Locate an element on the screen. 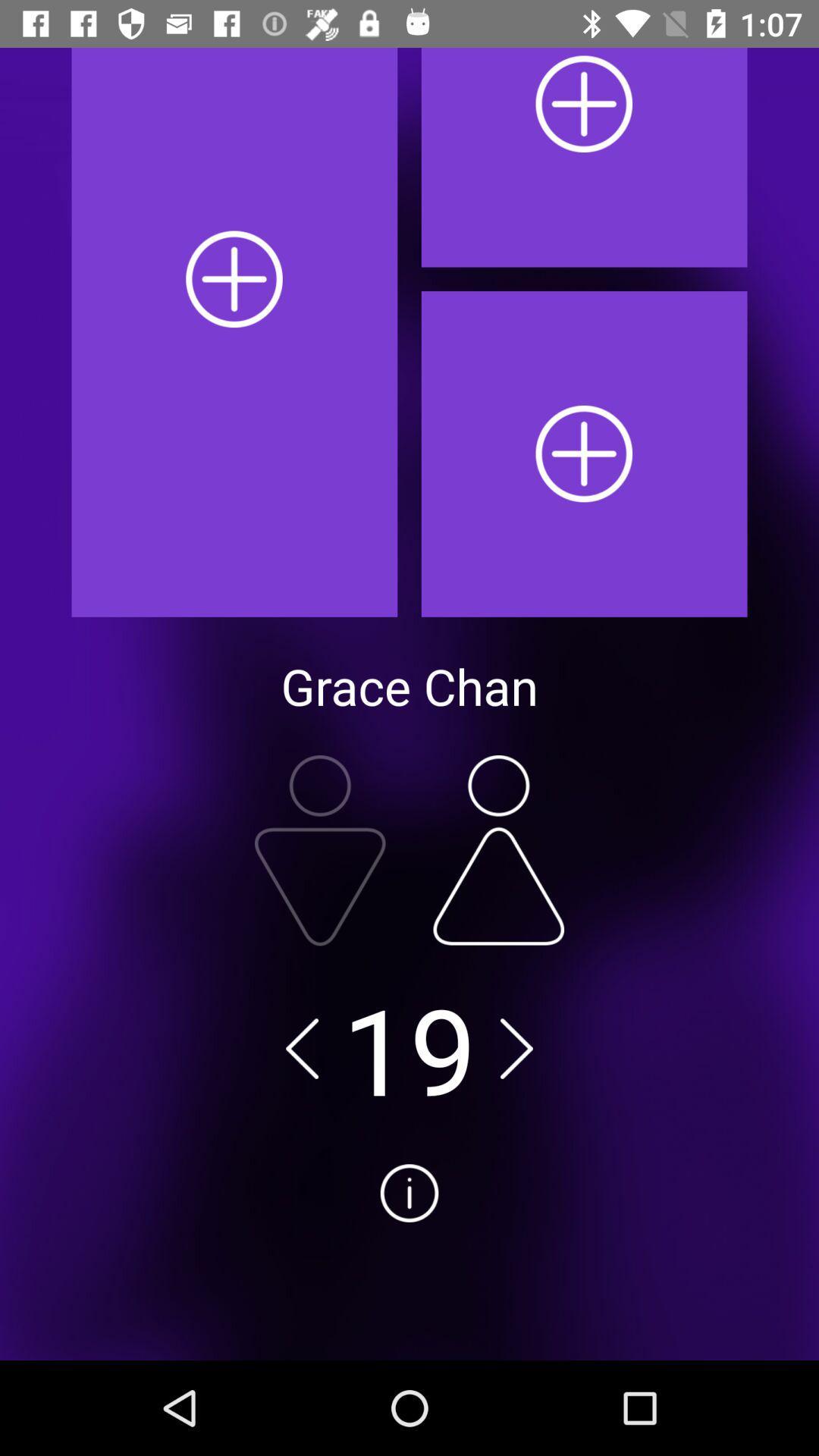 The image size is (819, 1456). increase number is located at coordinates (498, 850).